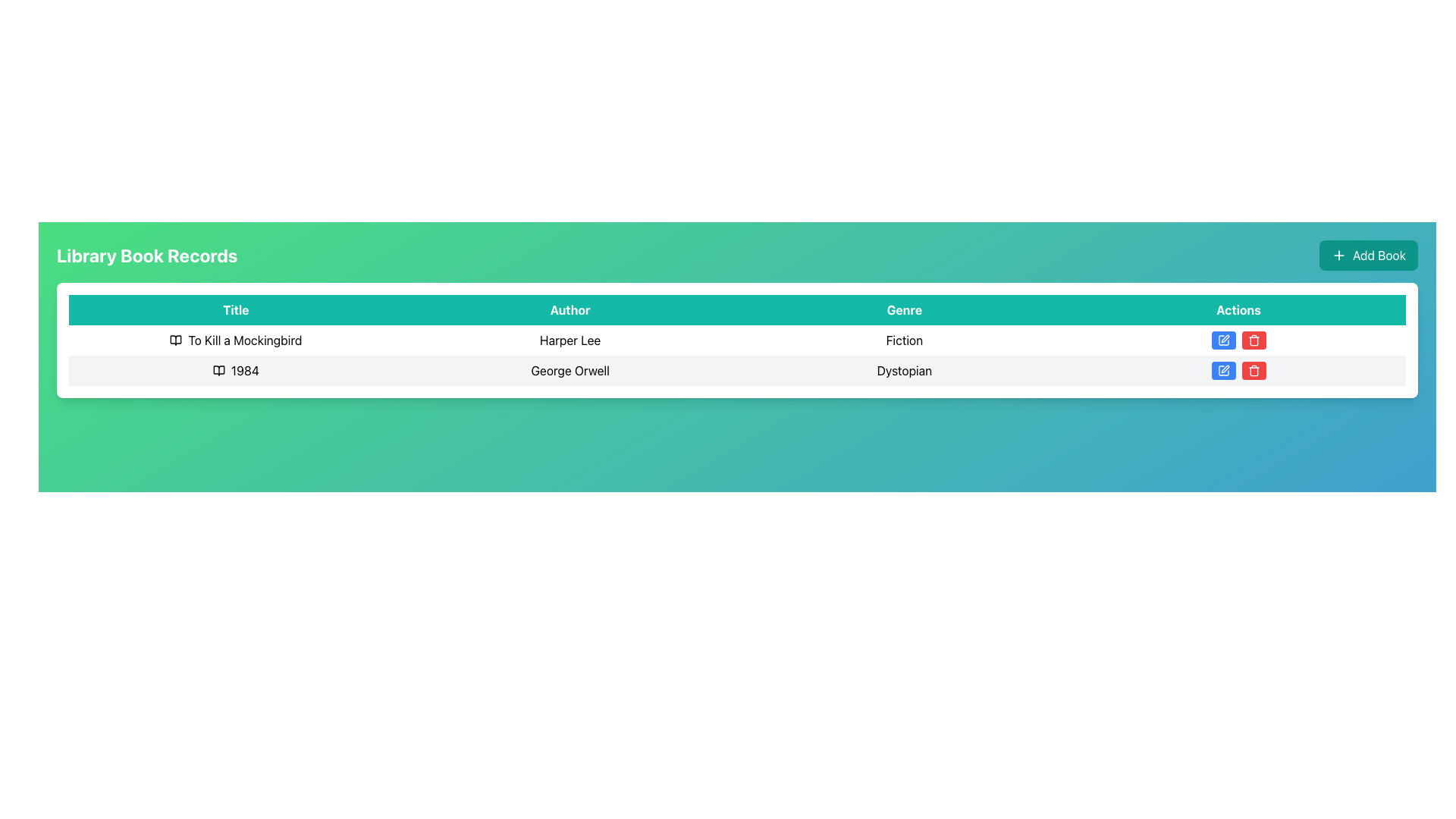 This screenshot has width=1456, height=819. What do you see at coordinates (904, 371) in the screenshot?
I see `'Dystopian' genre text label located in the 'Genre' column for the book '1984' by George Orwell` at bounding box center [904, 371].